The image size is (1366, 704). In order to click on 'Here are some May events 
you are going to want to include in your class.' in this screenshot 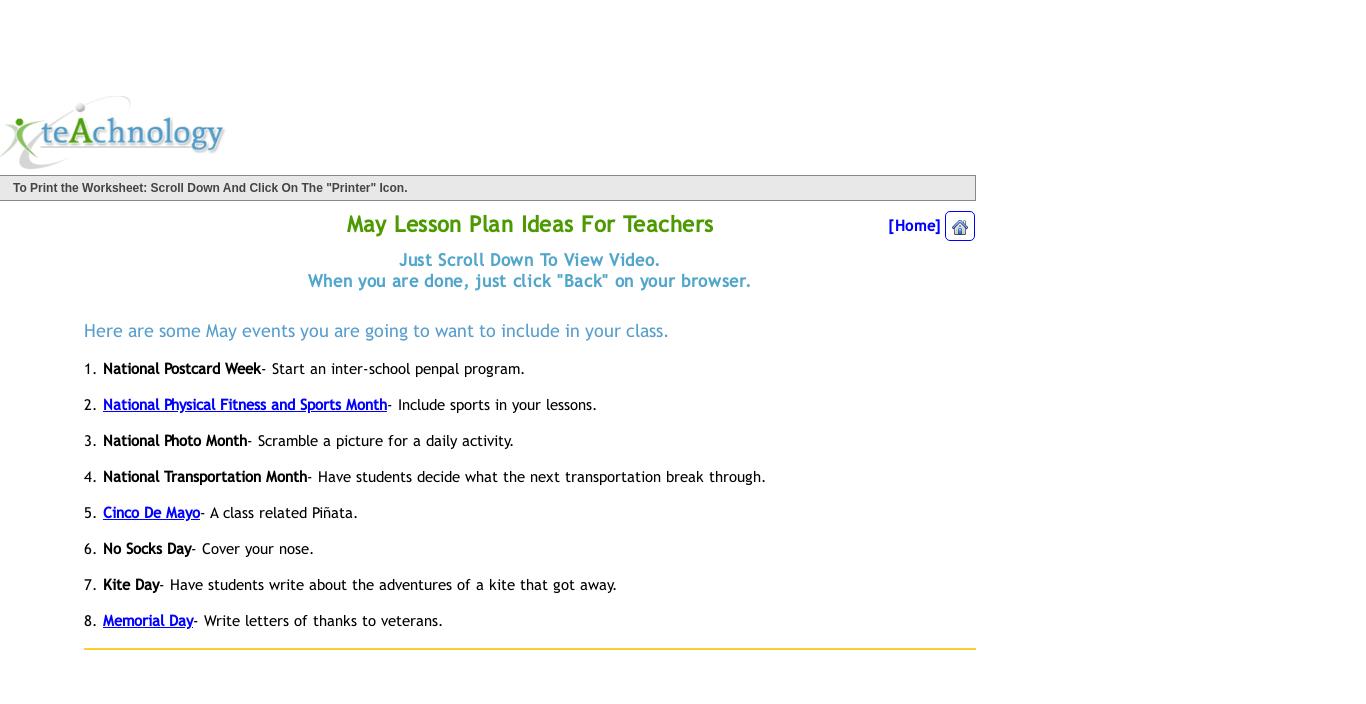, I will do `click(376, 330)`.